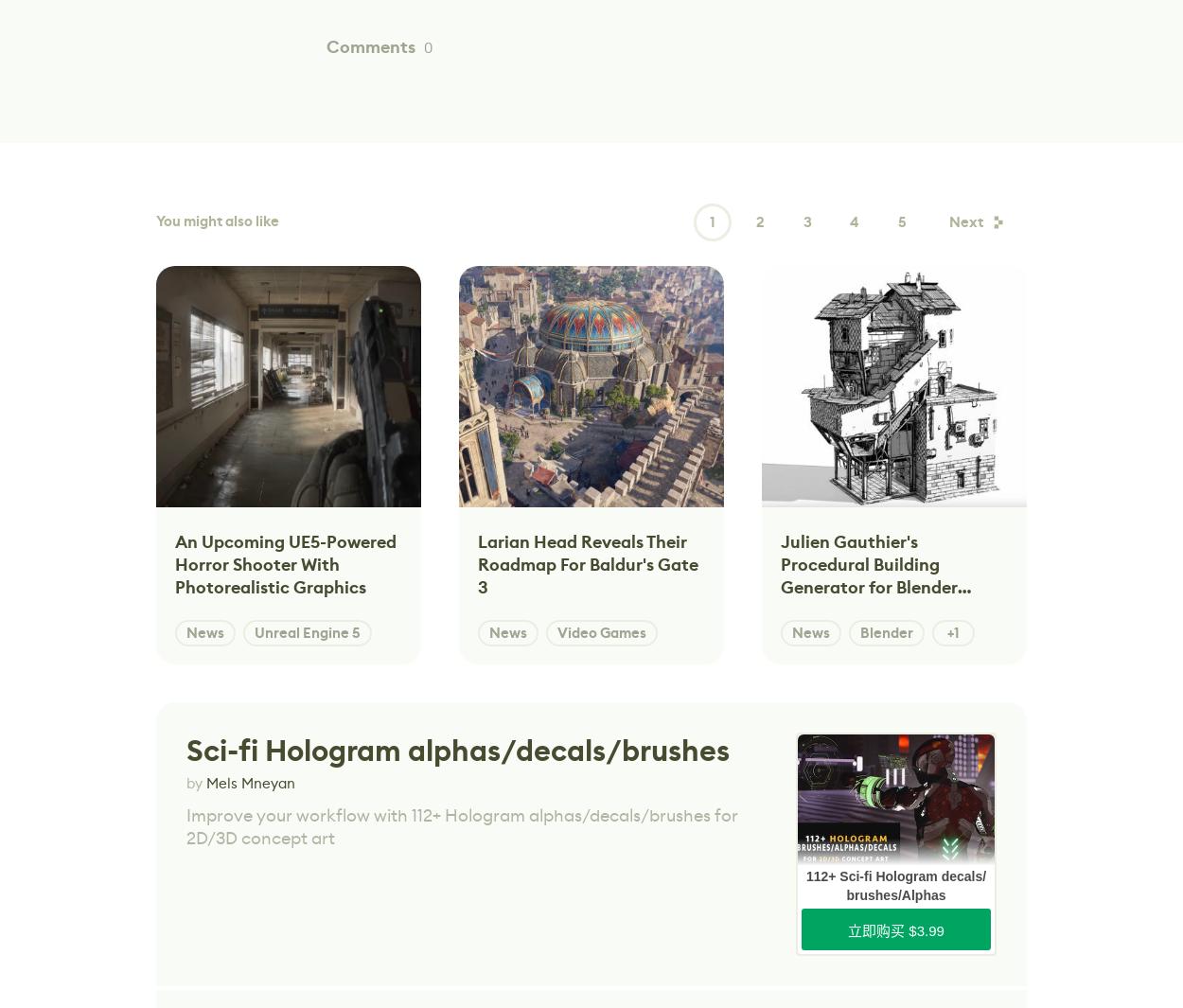 Image resolution: width=1183 pixels, height=1008 pixels. Describe the element at coordinates (205, 783) in the screenshot. I see `'Mels Mneyan'` at that location.